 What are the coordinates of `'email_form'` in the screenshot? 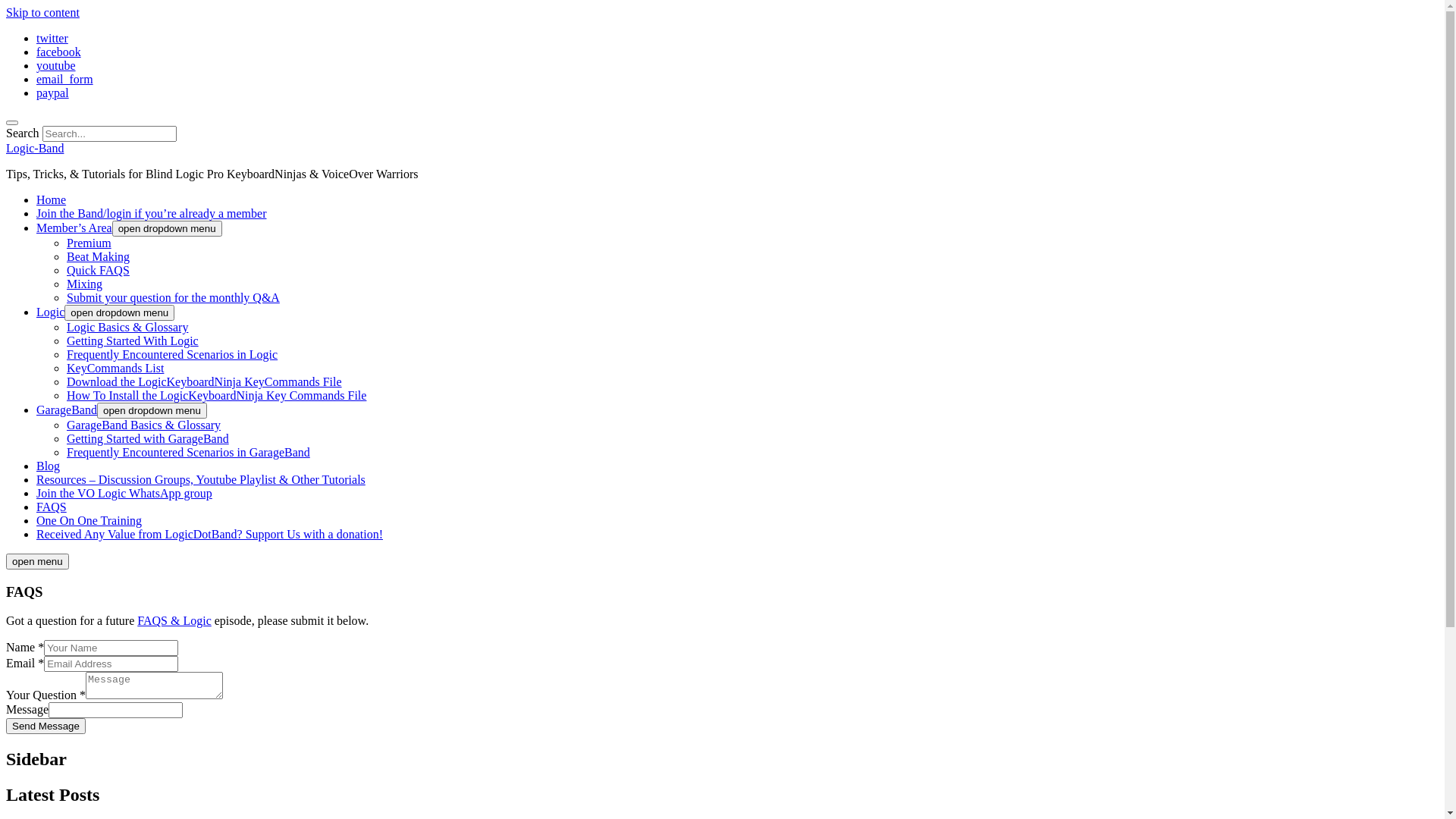 It's located at (64, 79).